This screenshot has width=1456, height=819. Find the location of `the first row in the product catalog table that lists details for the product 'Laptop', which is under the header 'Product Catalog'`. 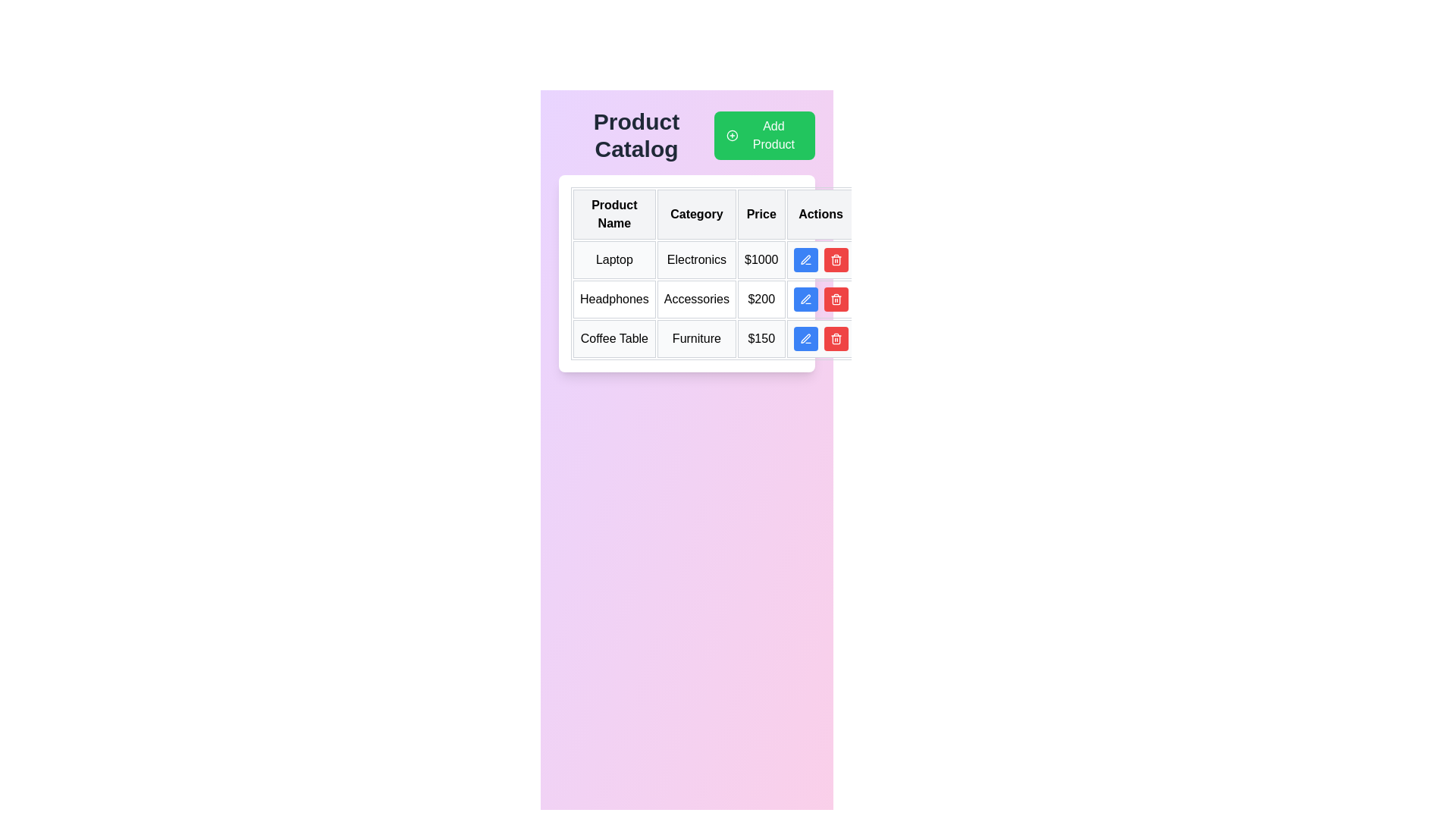

the first row in the product catalog table that lists details for the product 'Laptop', which is under the header 'Product Catalog' is located at coordinates (713, 259).